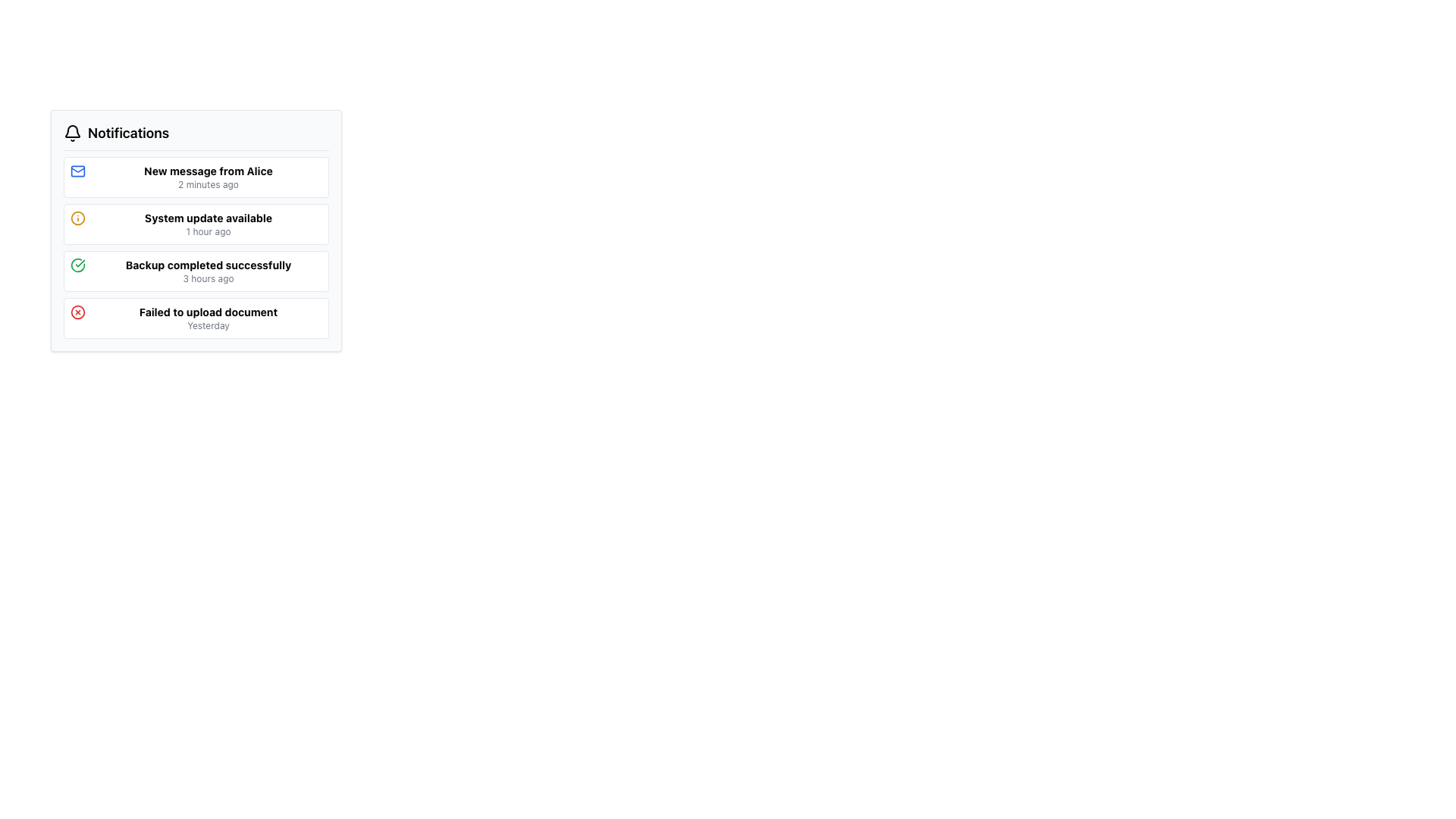  I want to click on the text label that indicates 'System update available' in the second notification card of the notification list, so click(207, 218).